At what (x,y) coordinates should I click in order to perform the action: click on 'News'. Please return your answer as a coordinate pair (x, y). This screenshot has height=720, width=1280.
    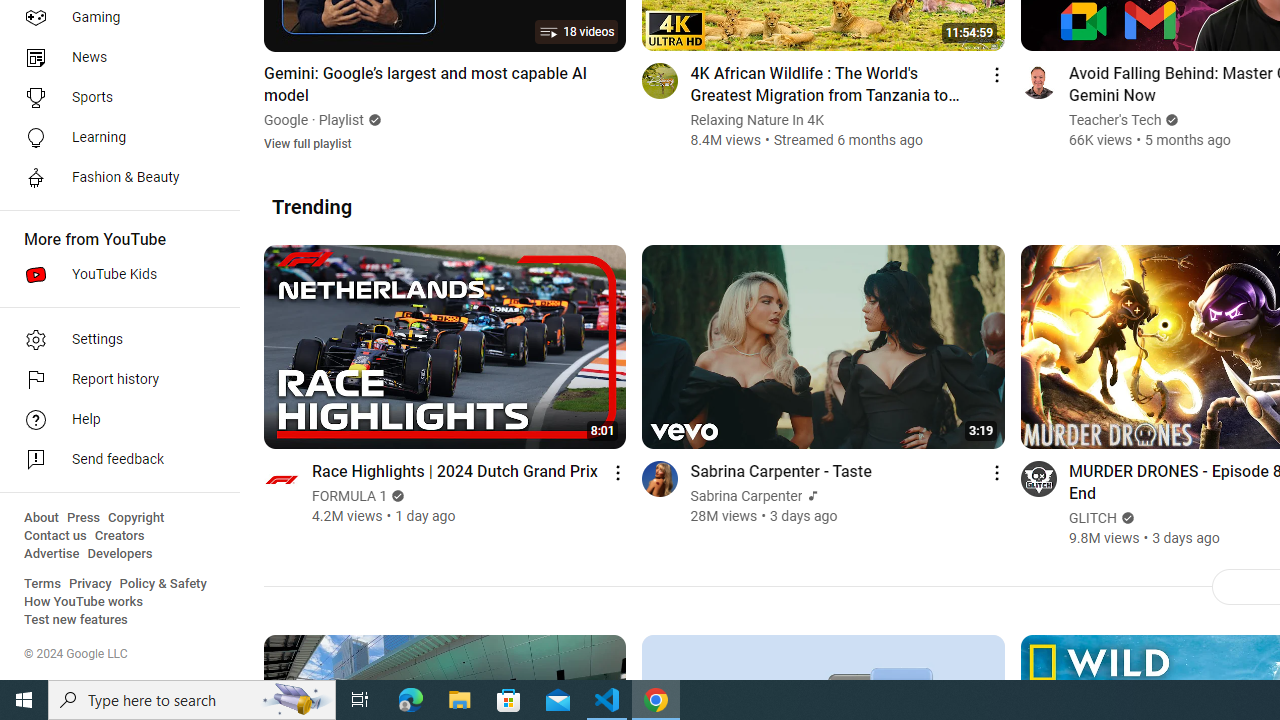
    Looking at the image, I should click on (112, 56).